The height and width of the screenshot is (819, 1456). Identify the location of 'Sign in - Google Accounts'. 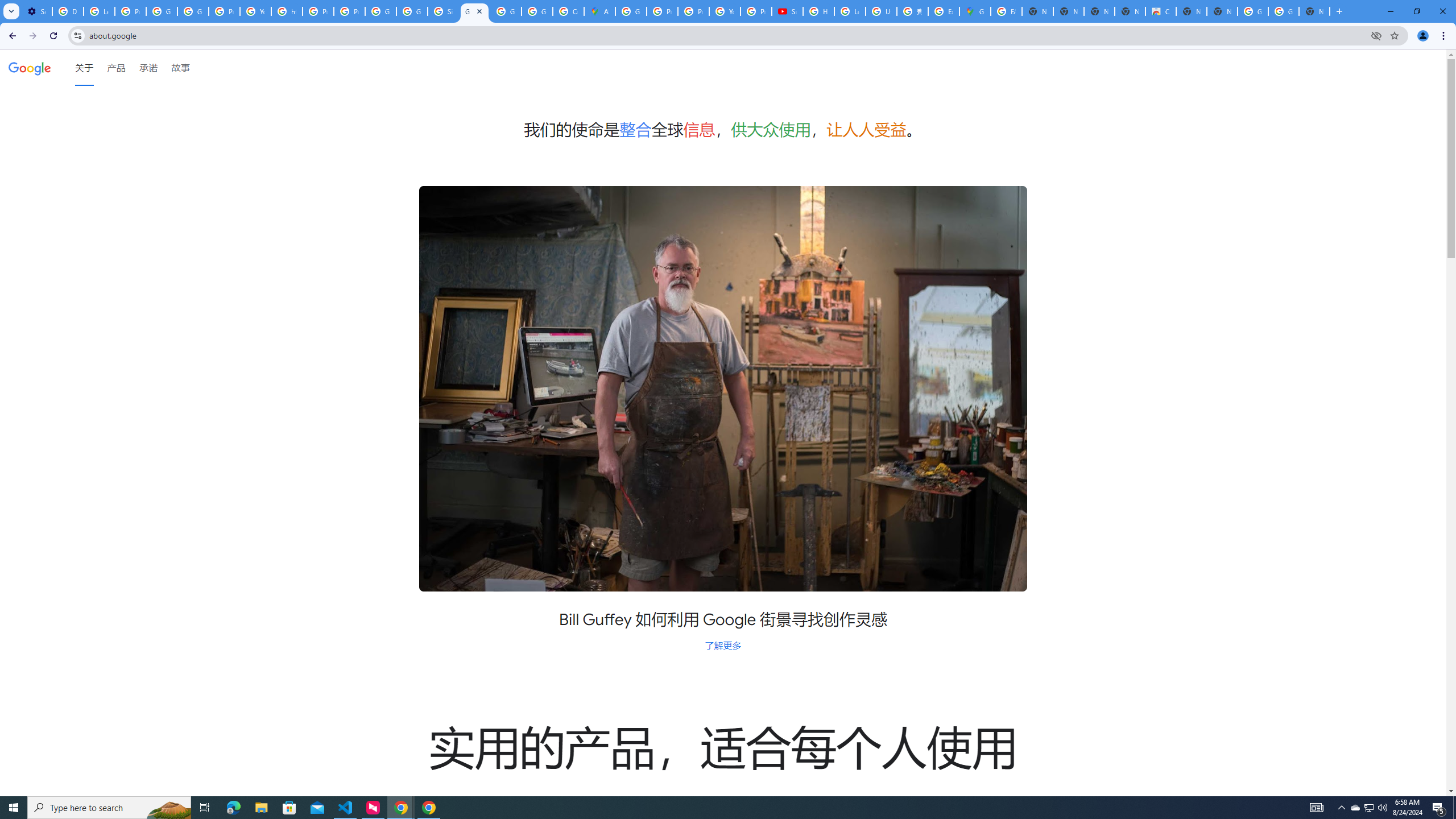
(442, 11).